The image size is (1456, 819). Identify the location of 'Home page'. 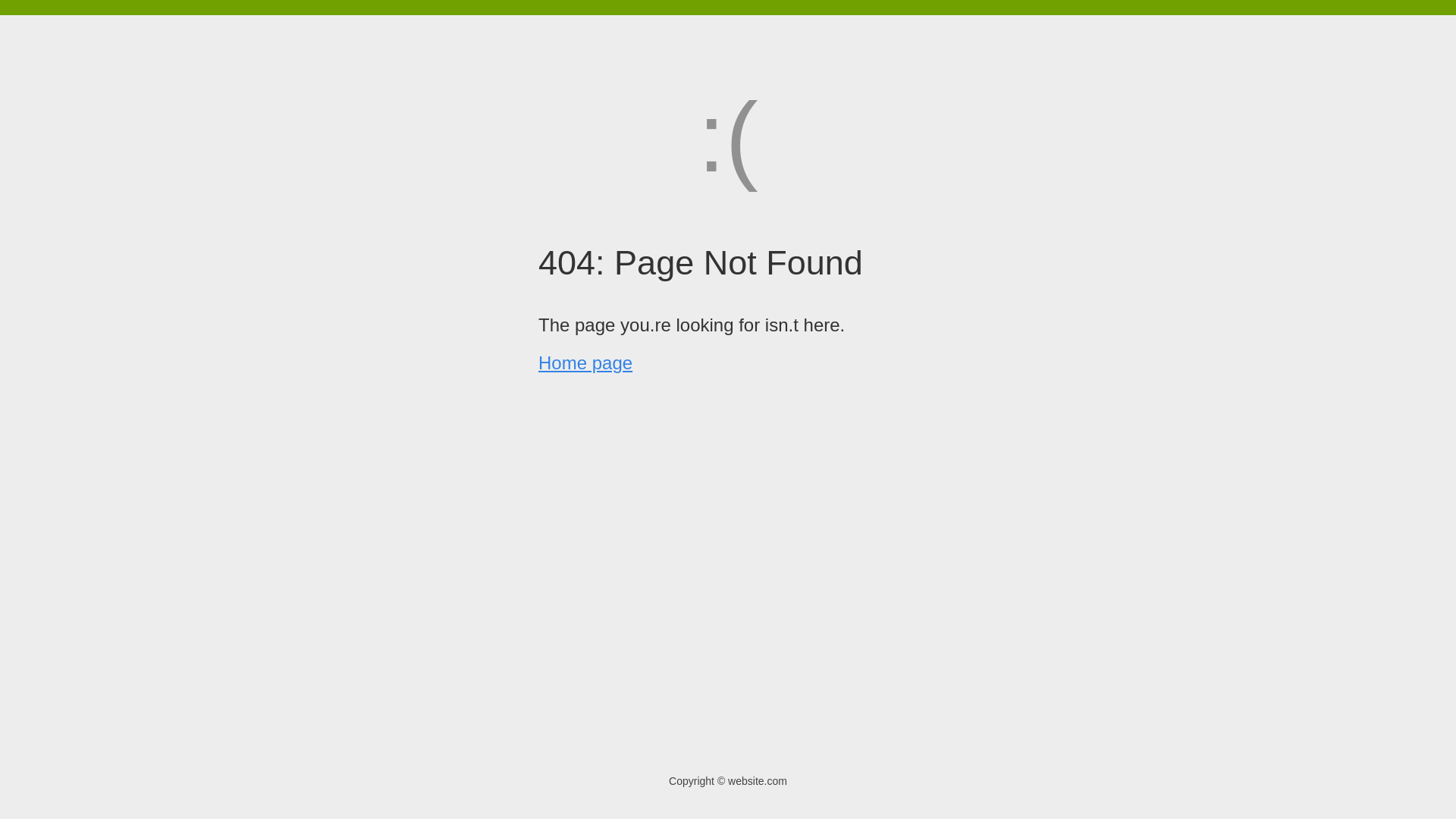
(585, 362).